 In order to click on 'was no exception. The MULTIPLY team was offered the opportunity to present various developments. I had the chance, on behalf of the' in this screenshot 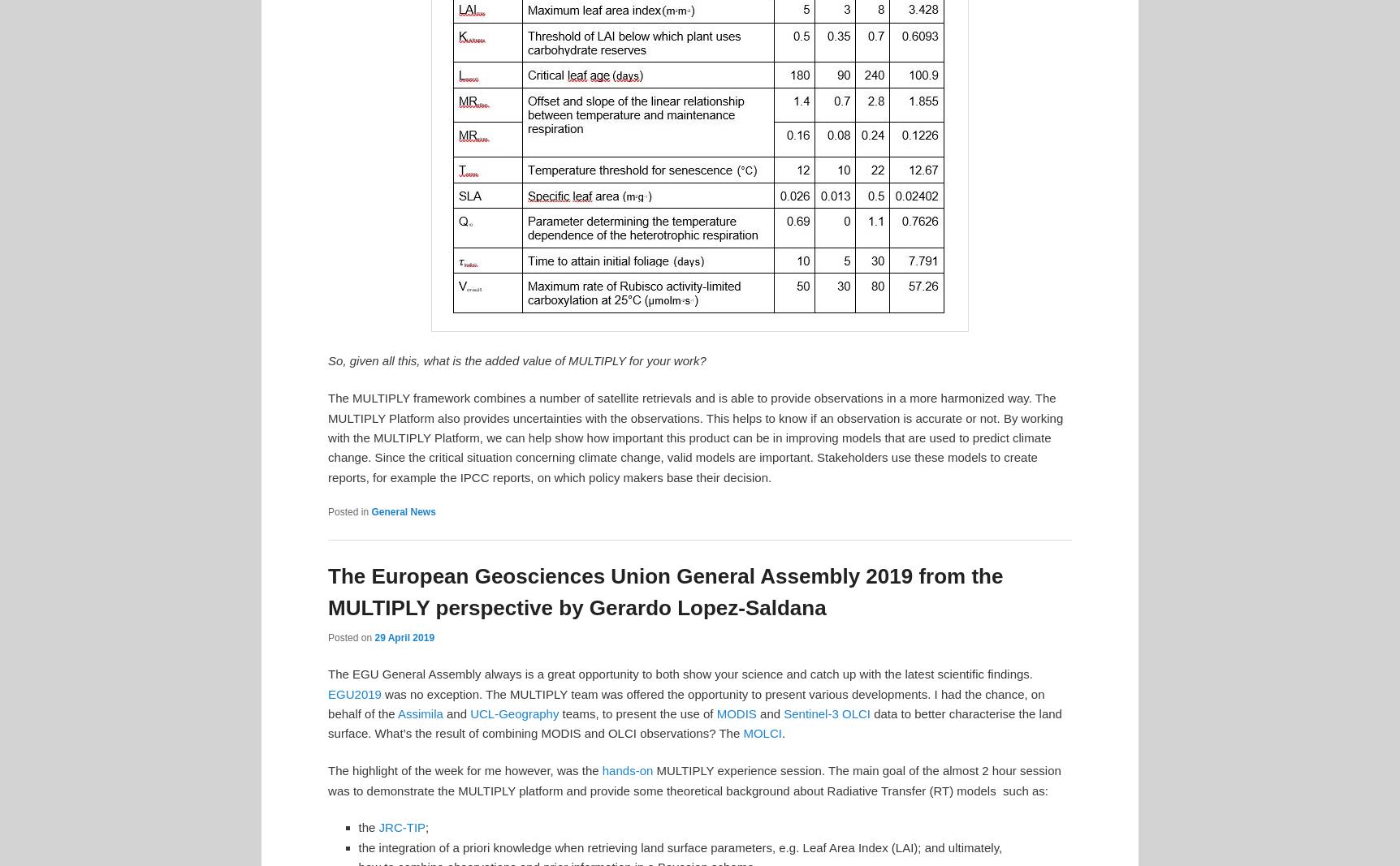, I will do `click(326, 703)`.